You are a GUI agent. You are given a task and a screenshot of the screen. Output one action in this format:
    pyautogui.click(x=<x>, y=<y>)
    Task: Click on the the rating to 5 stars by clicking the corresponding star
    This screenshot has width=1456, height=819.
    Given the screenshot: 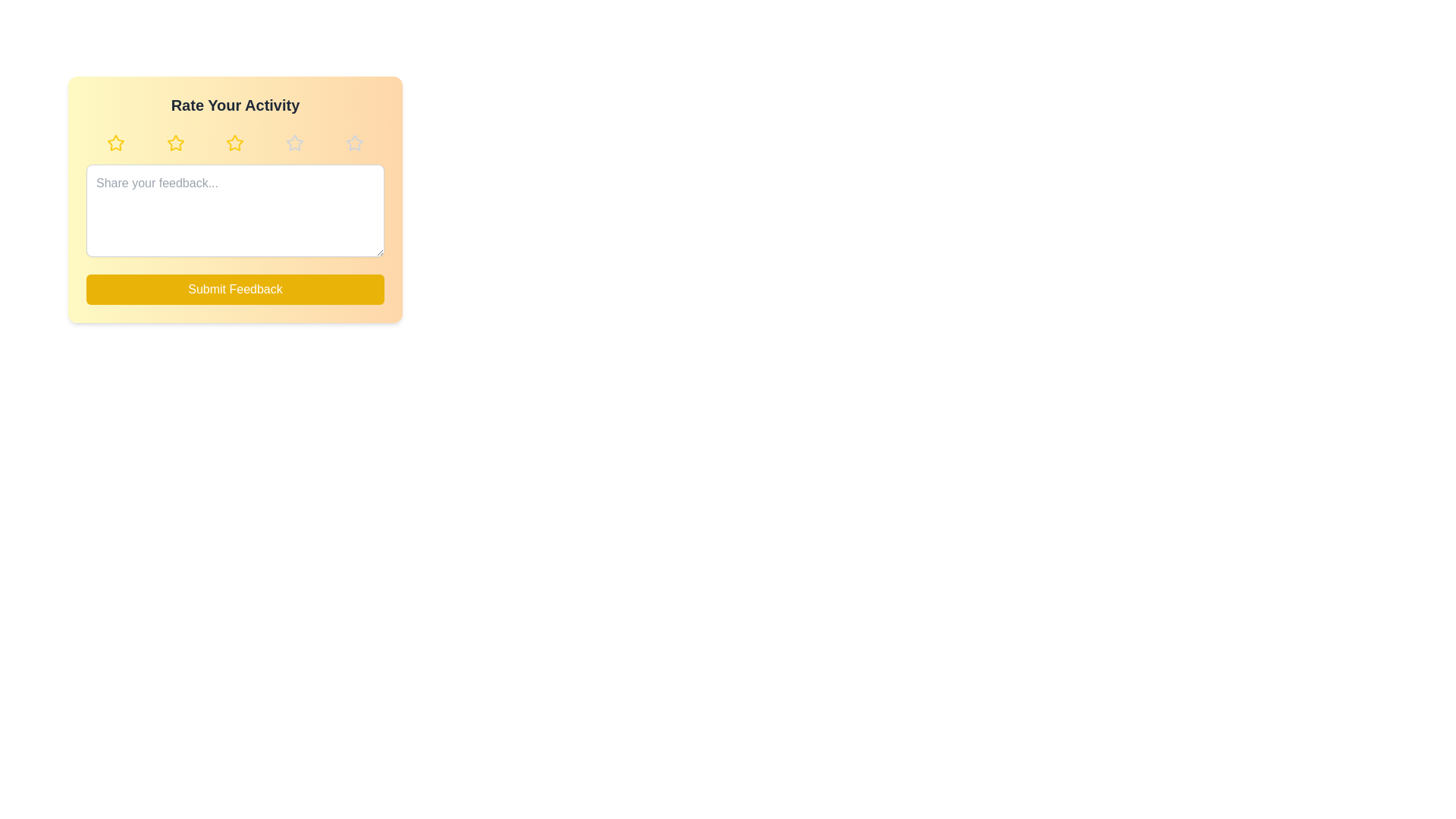 What is the action you would take?
    pyautogui.click(x=353, y=143)
    